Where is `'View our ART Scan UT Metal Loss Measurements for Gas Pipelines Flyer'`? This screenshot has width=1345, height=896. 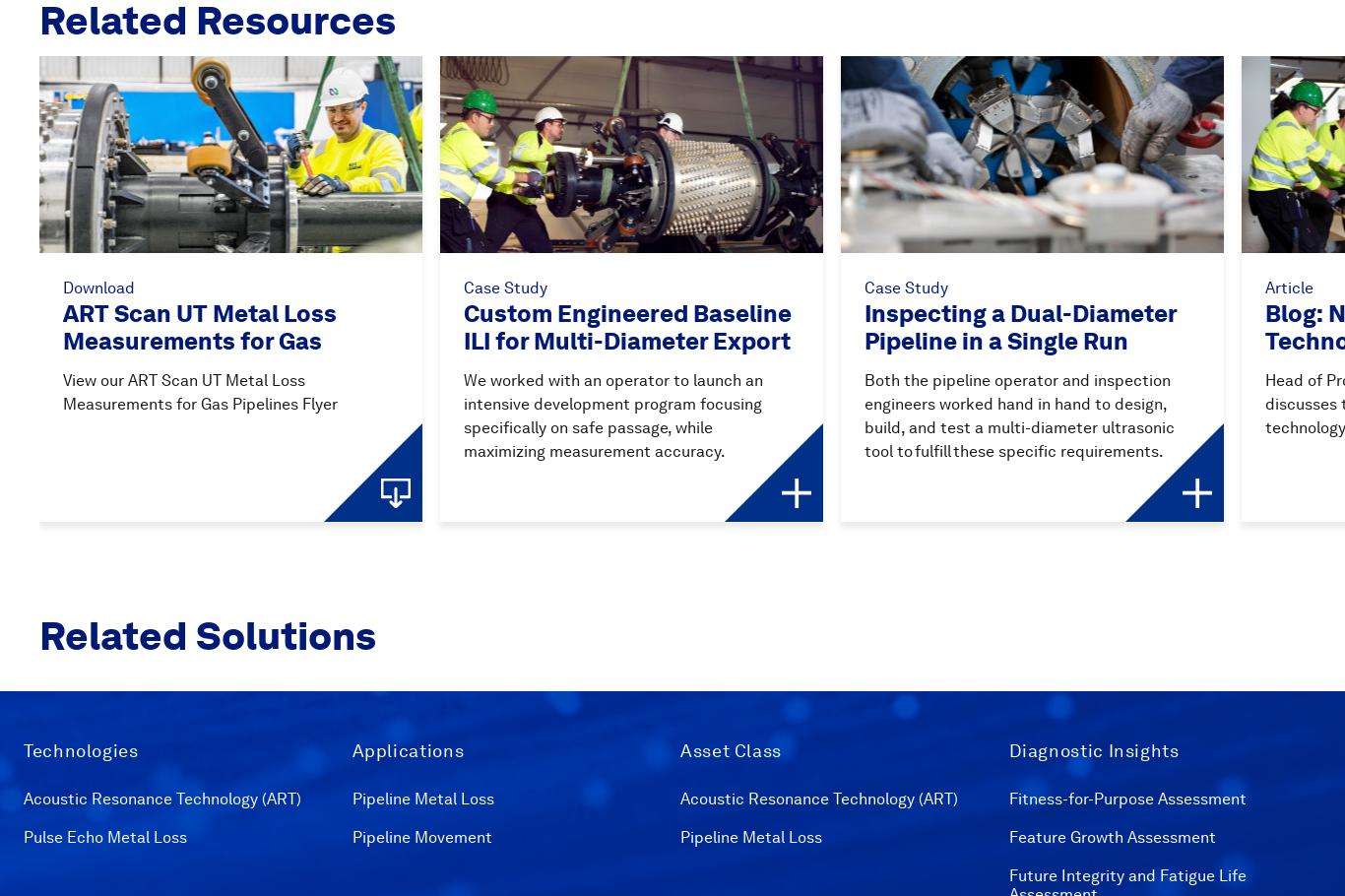 'View our ART Scan UT Metal Loss Measurements for Gas Pipelines Flyer' is located at coordinates (199, 390).